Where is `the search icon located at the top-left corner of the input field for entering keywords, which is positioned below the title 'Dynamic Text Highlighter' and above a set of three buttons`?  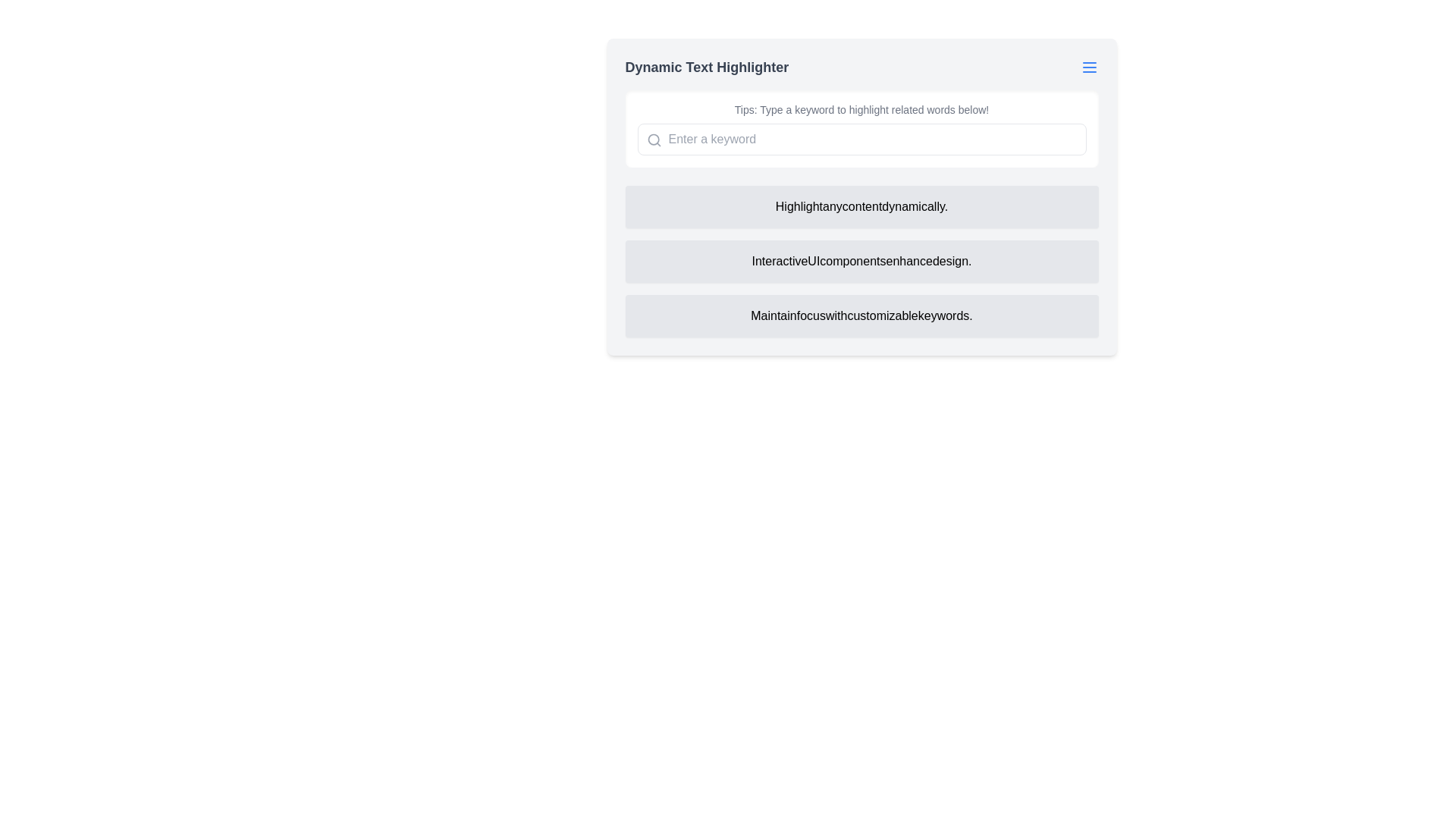
the search icon located at the top-left corner of the input field for entering keywords, which is positioned below the title 'Dynamic Text Highlighter' and above a set of three buttons is located at coordinates (654, 140).